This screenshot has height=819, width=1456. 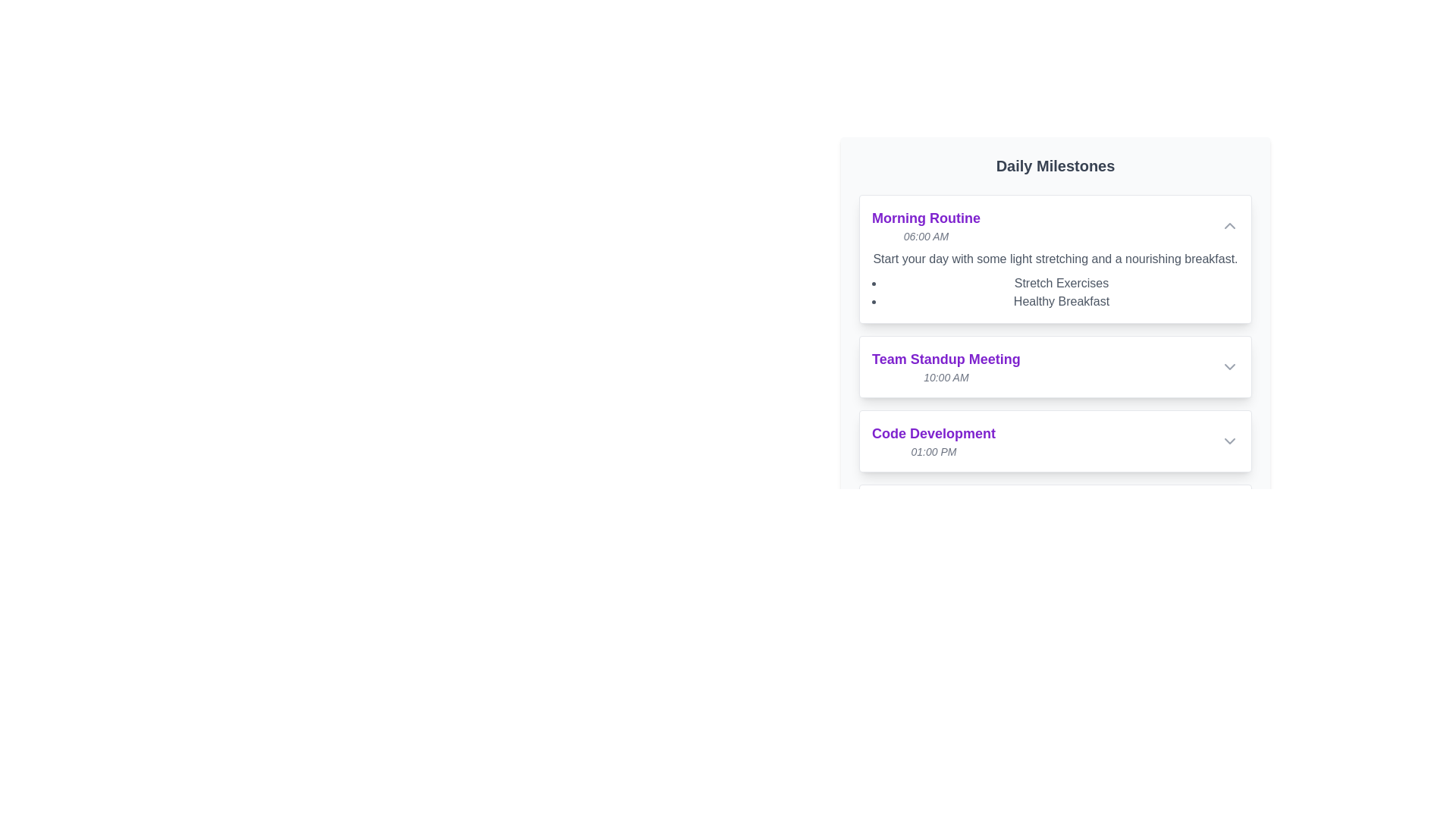 I want to click on the bold text label reading 'Morning Routine' at the top of the milestone card titled 'Morning Routine06:00 AM', so click(x=925, y=218).